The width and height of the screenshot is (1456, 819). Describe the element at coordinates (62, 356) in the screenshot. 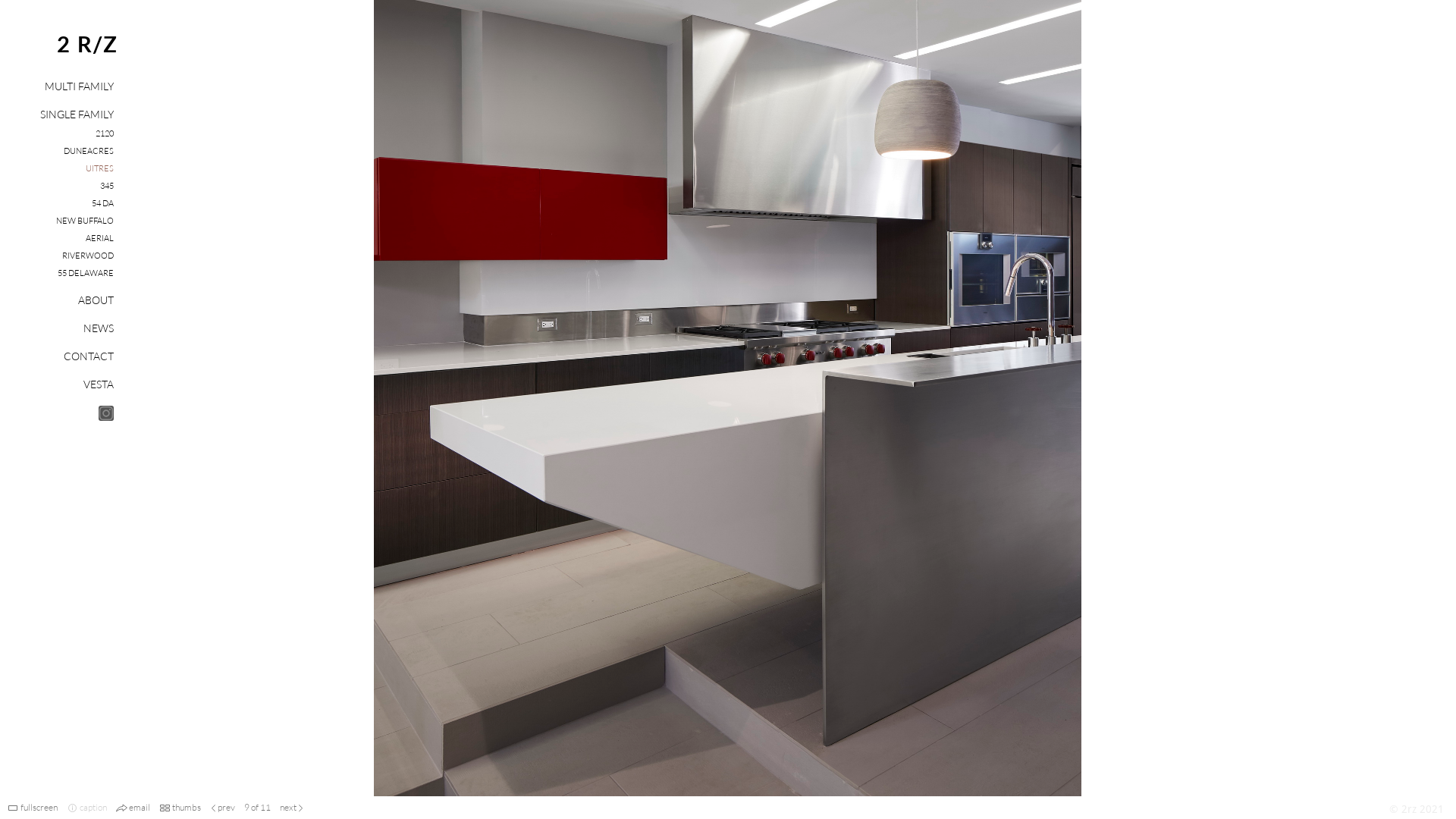

I see `'CONTACT'` at that location.